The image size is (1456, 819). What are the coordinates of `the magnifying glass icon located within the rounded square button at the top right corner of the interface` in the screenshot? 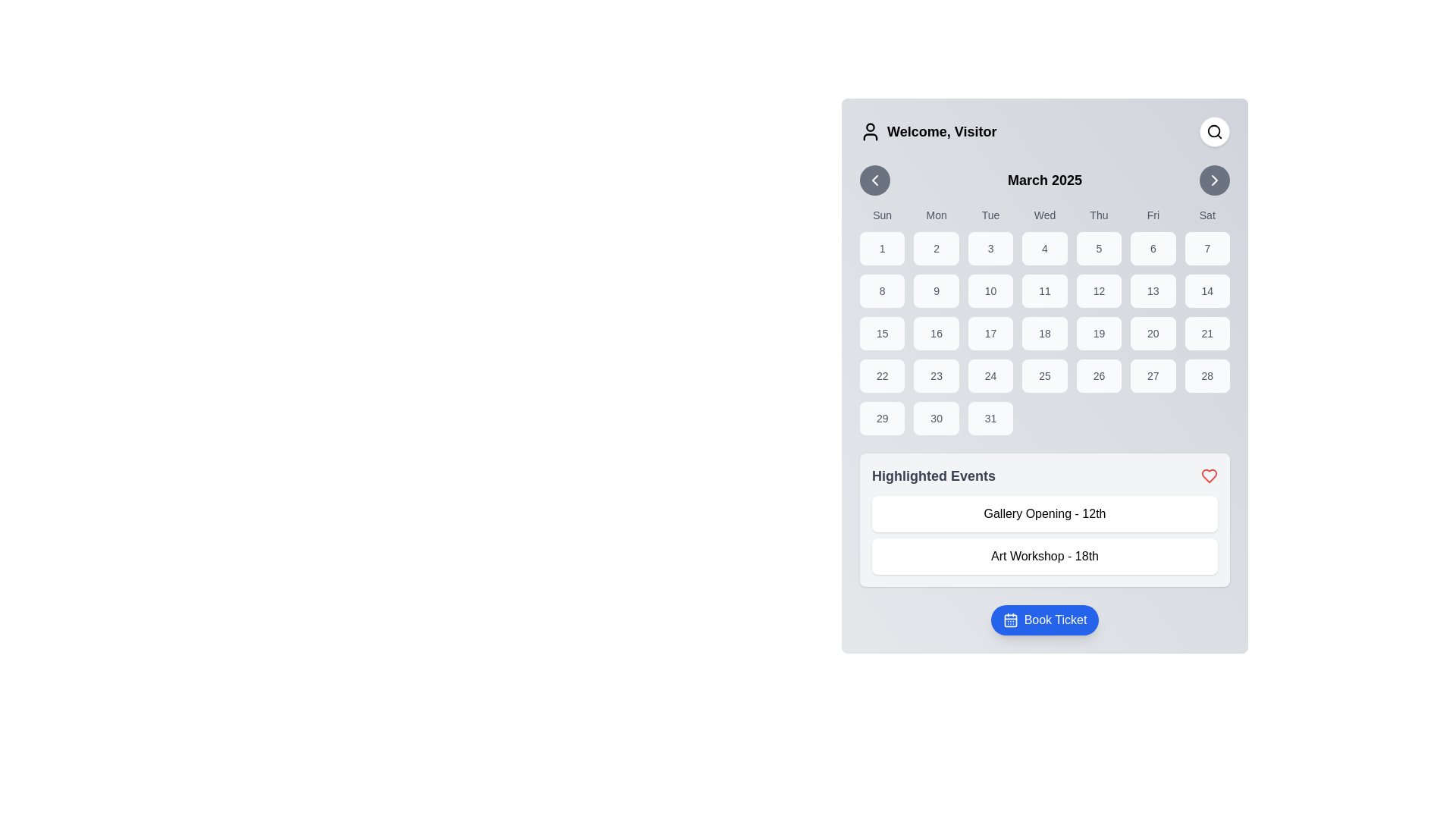 It's located at (1215, 130).